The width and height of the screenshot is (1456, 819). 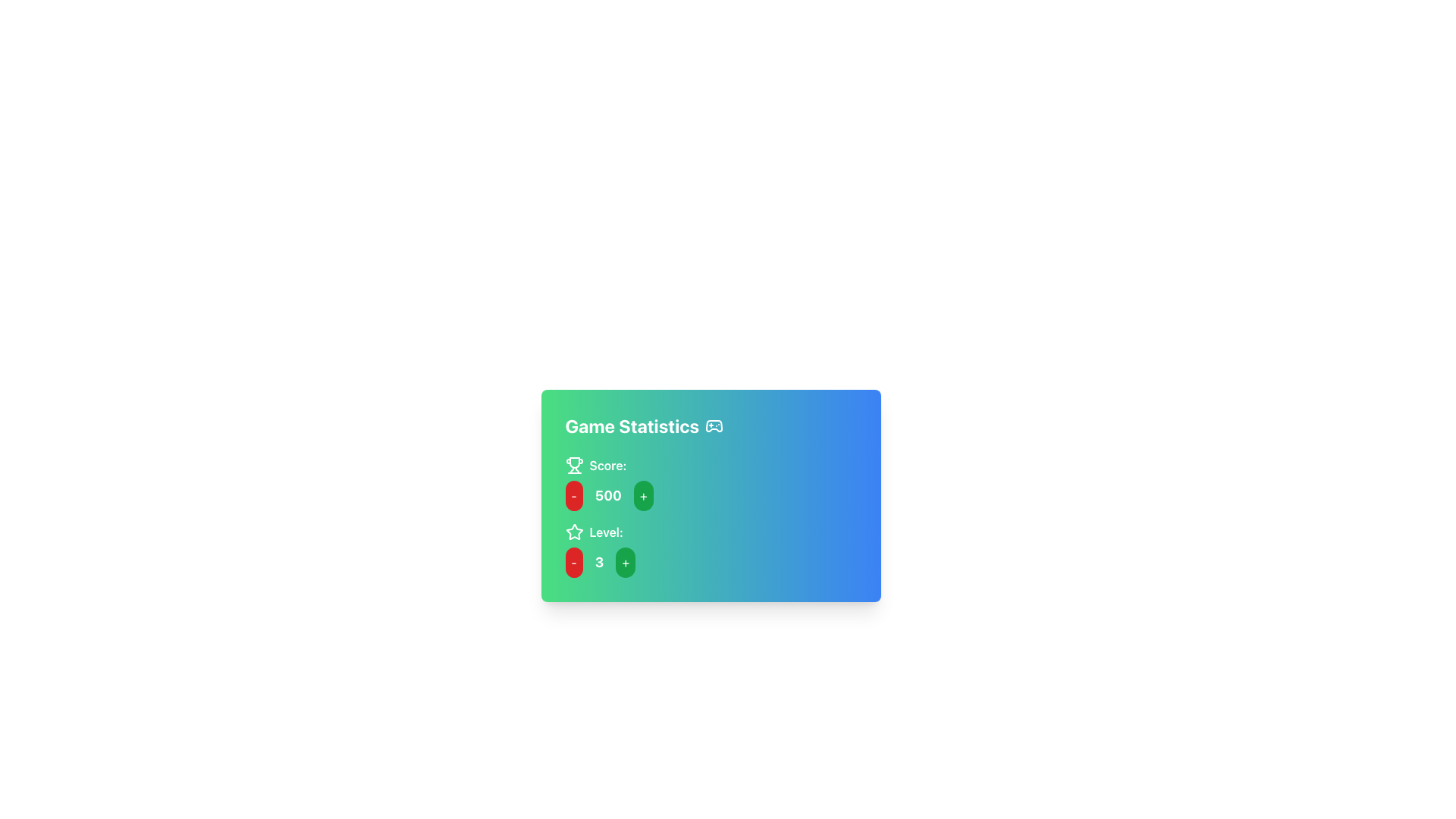 What do you see at coordinates (598, 562) in the screenshot?
I see `value displayed as a bold numeral '3' in the Static Text, which is centrally positioned under the subheading 'Level' between the red '-' button and the green '+' button` at bounding box center [598, 562].